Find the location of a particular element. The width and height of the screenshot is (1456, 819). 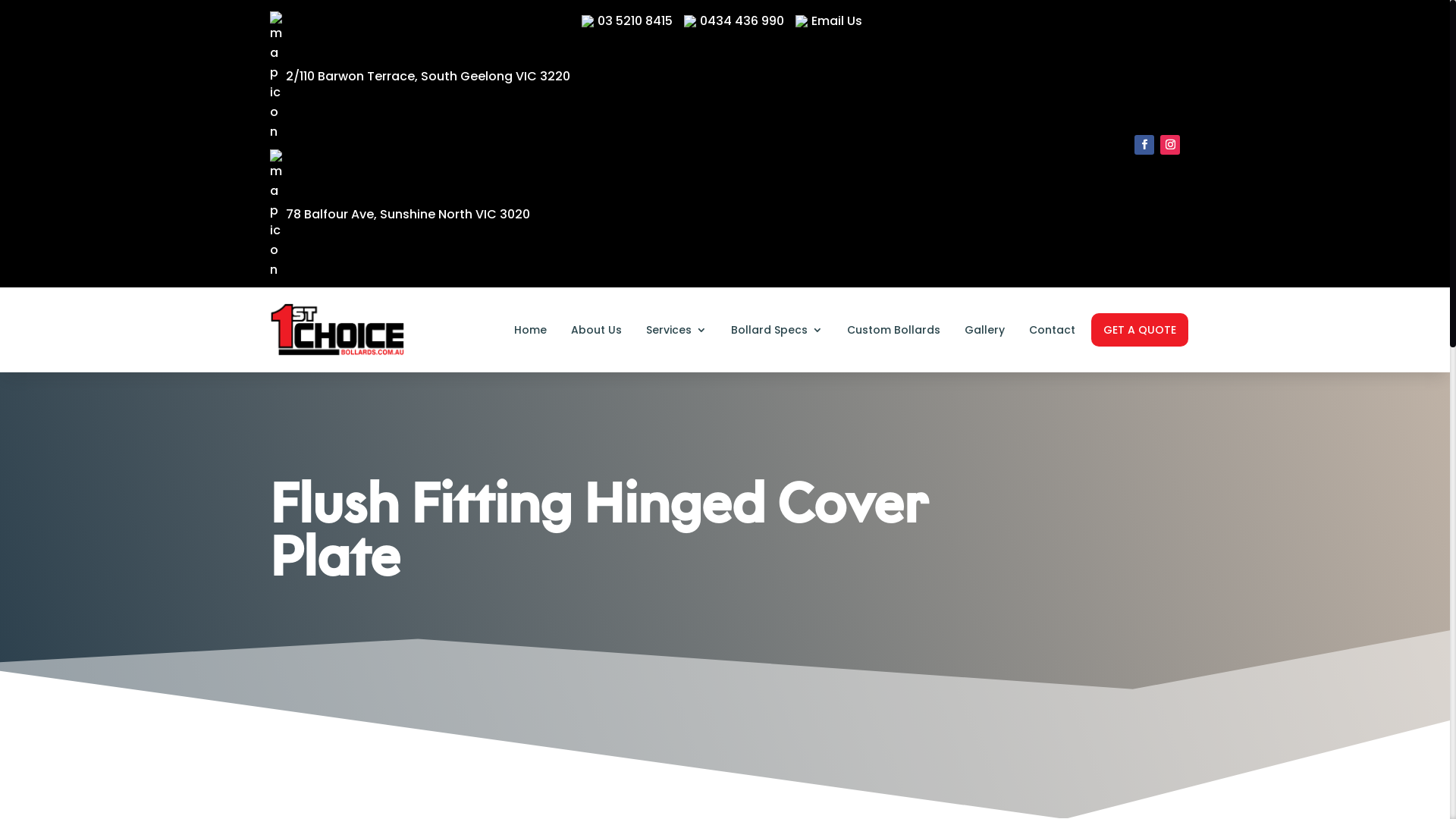

'Home' is located at coordinates (530, 329).